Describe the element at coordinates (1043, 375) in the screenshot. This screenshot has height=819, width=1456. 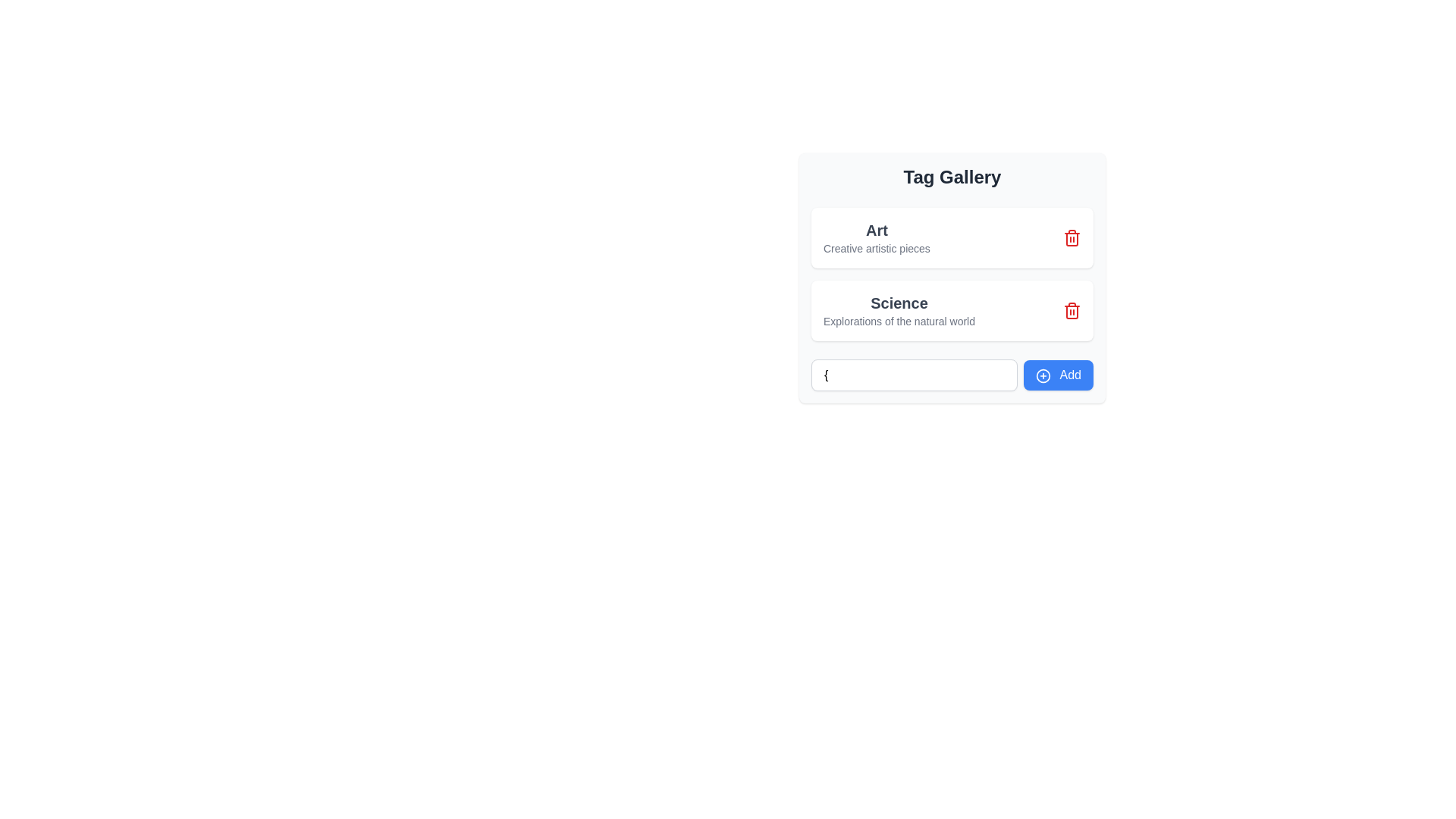
I see `the SVG Circle representing the 'Add' function, which is located towards the bottom-right of the layout next to the 'Add' button` at that location.